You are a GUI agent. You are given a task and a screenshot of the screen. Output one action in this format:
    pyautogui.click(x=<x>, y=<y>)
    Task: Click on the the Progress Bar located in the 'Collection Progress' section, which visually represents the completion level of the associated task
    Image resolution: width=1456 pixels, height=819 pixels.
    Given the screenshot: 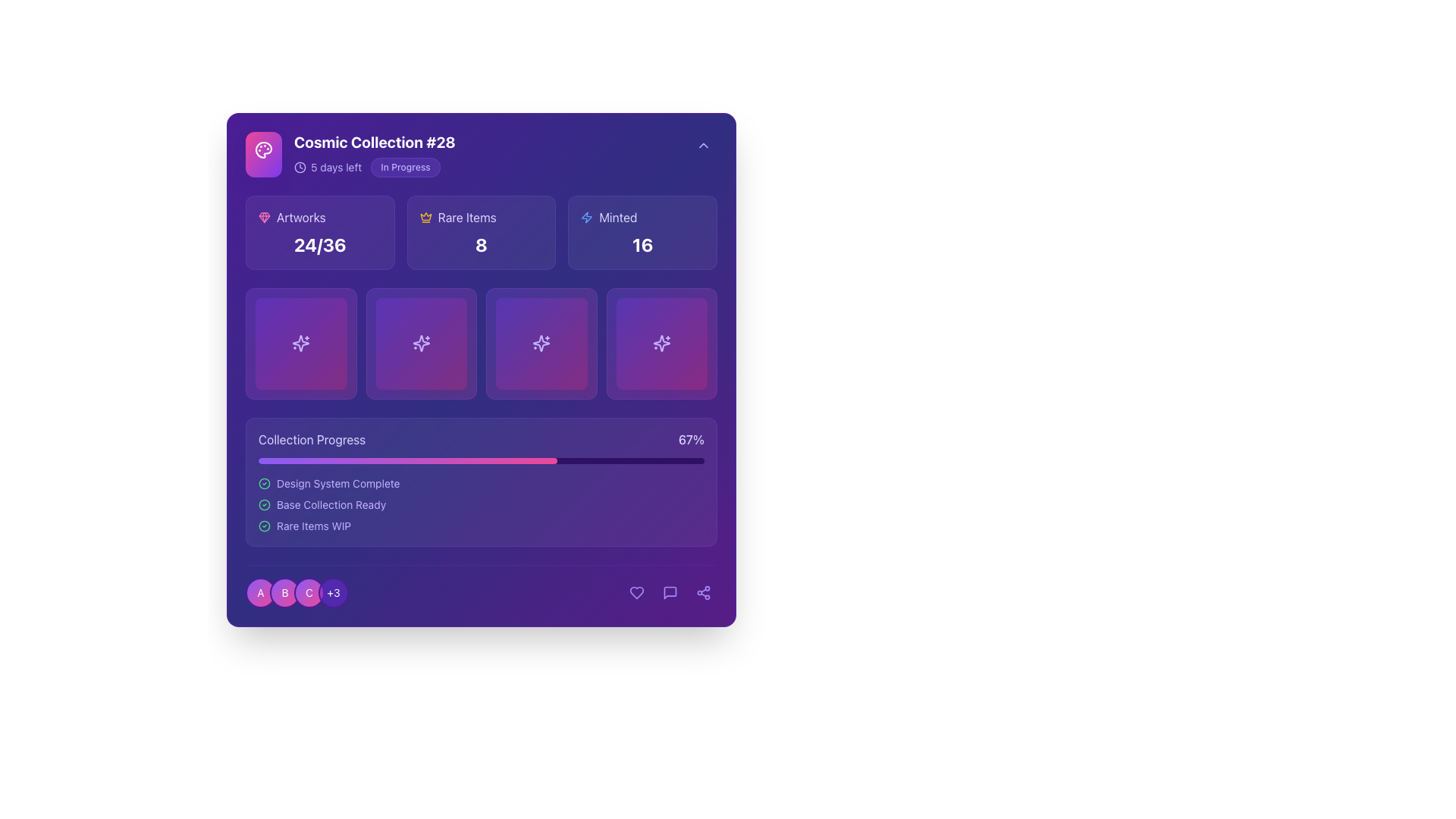 What is the action you would take?
    pyautogui.click(x=480, y=460)
    